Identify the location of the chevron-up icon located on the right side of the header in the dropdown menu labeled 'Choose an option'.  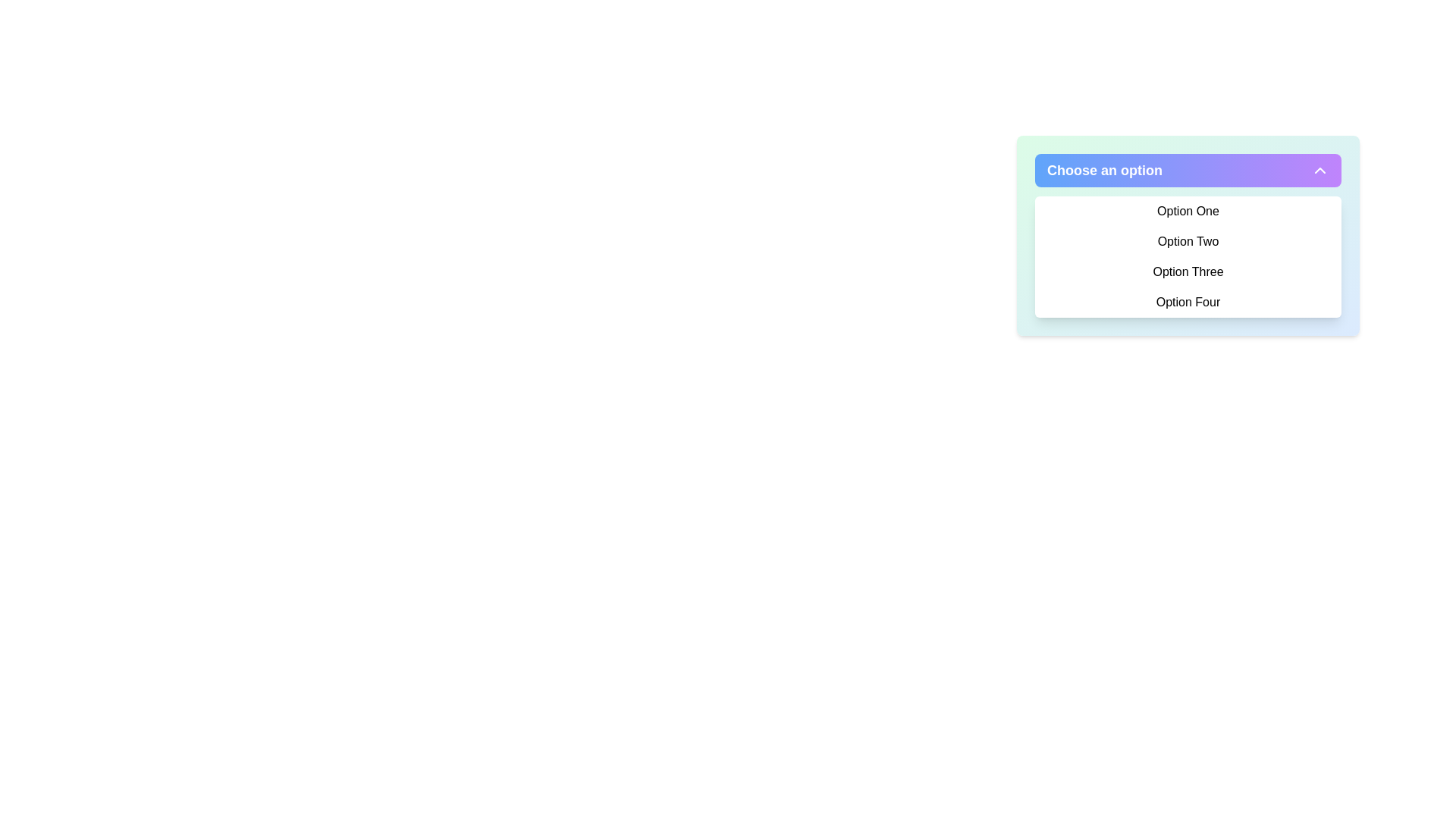
(1319, 170).